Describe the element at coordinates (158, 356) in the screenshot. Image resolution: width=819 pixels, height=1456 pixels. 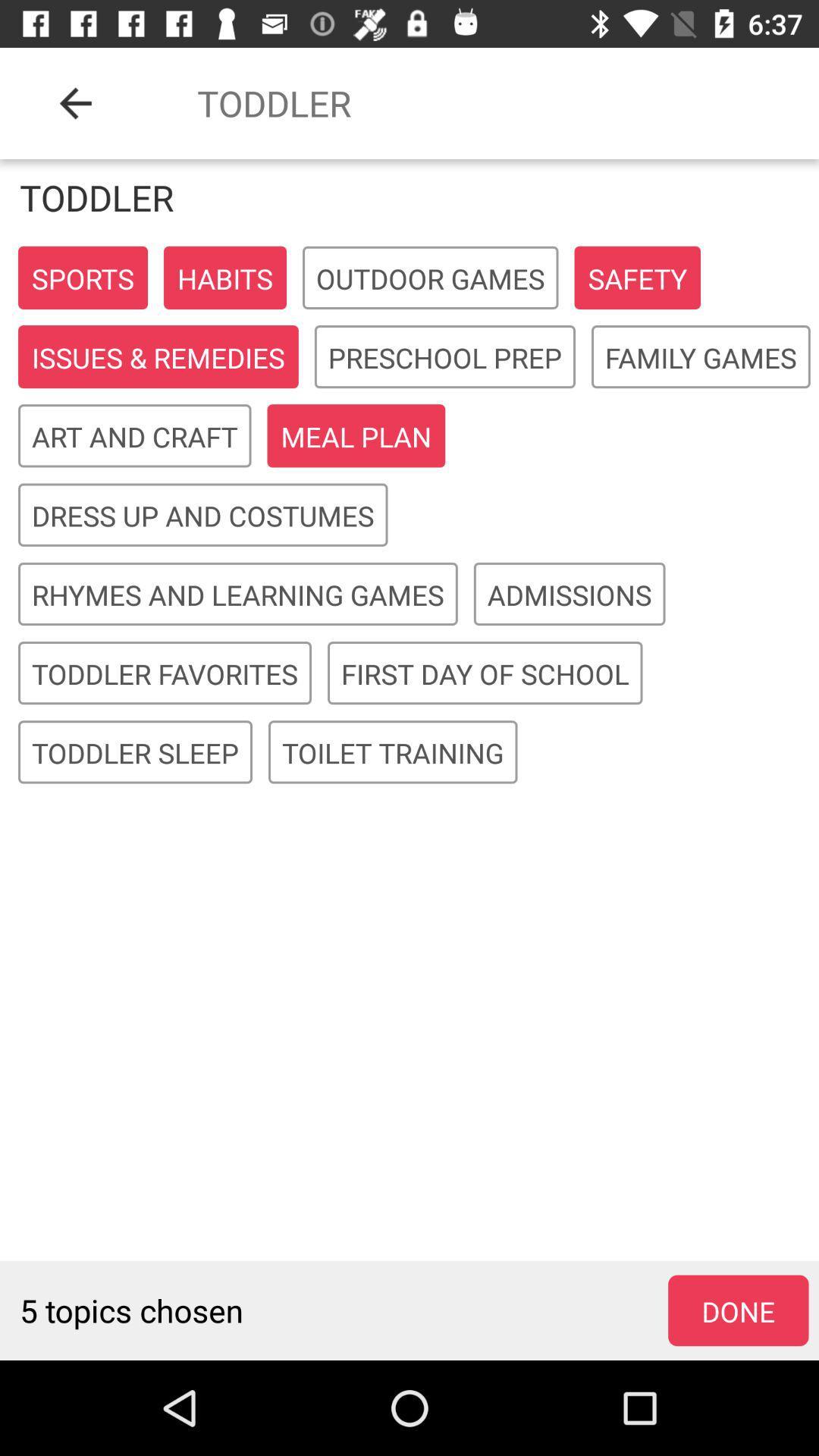
I see `item above art and craft` at that location.